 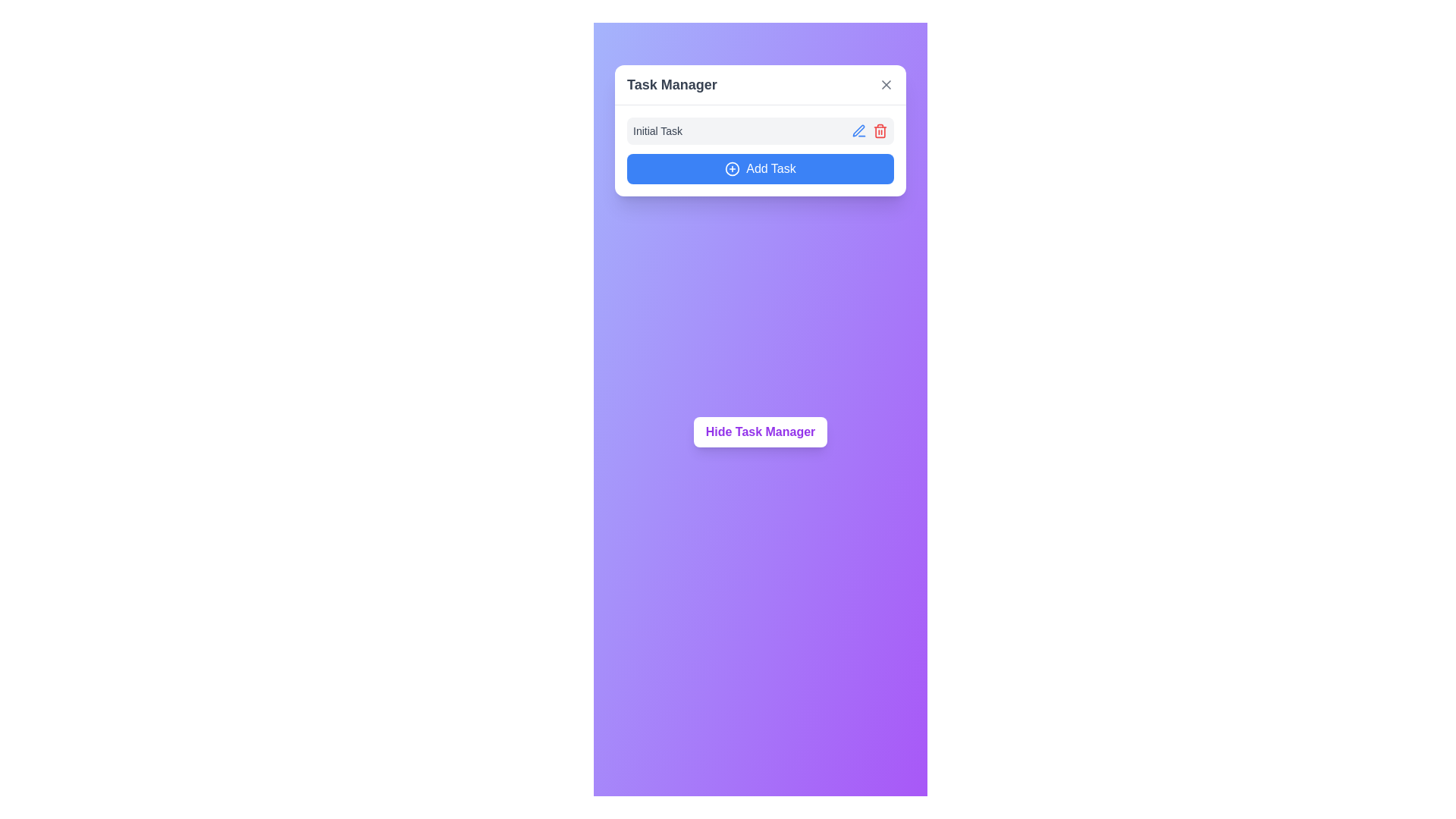 I want to click on the delete button located to the right of the blue pen icon within the task manager box, so click(x=880, y=130).